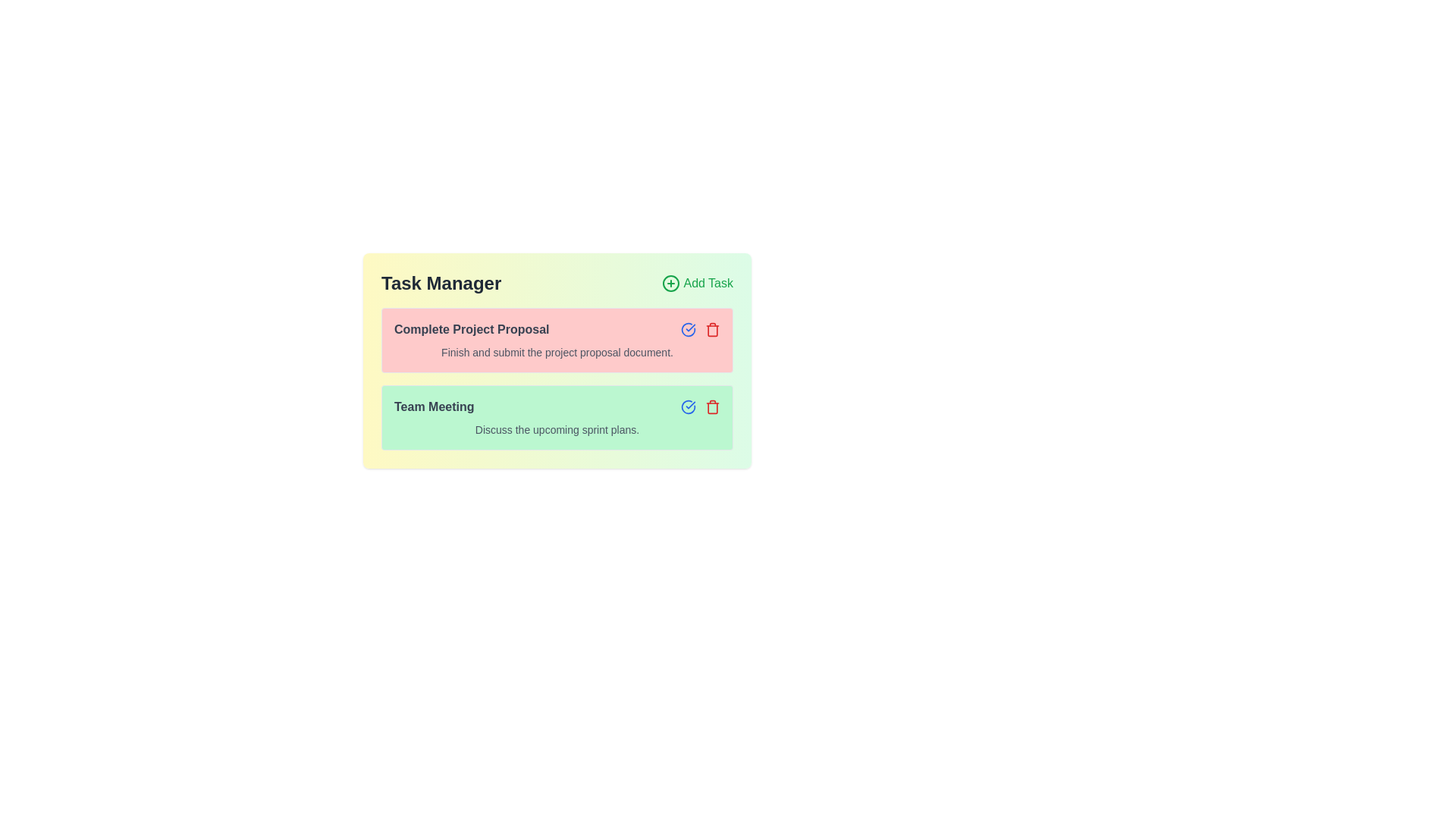 The height and width of the screenshot is (819, 1456). I want to click on the delete icon button located on the right-hand side of the task entry labeled 'Complete Project Proposal', so click(712, 329).